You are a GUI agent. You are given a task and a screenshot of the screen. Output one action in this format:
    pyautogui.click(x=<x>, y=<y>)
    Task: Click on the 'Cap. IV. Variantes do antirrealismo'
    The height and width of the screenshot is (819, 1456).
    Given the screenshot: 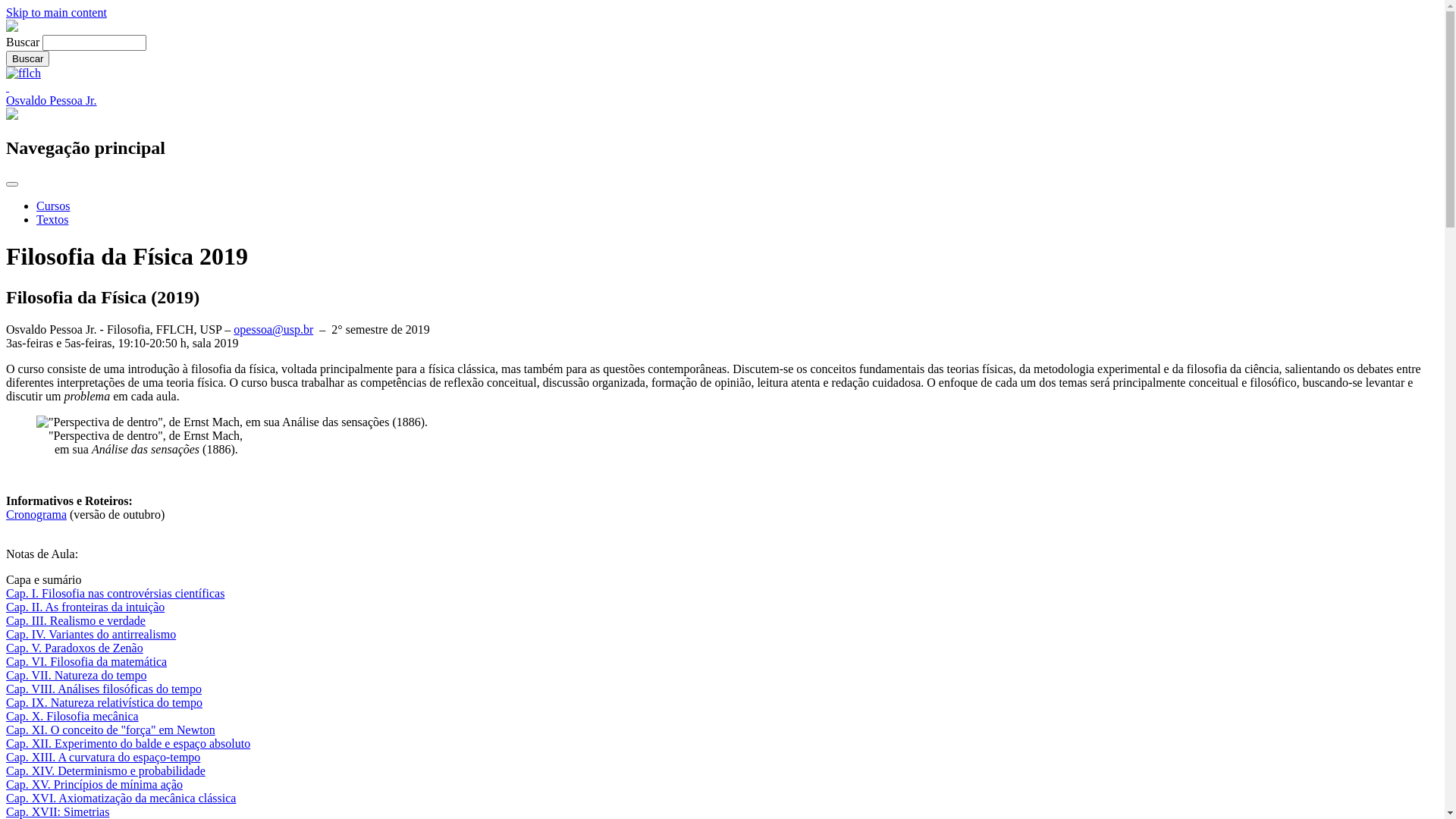 What is the action you would take?
    pyautogui.click(x=90, y=634)
    